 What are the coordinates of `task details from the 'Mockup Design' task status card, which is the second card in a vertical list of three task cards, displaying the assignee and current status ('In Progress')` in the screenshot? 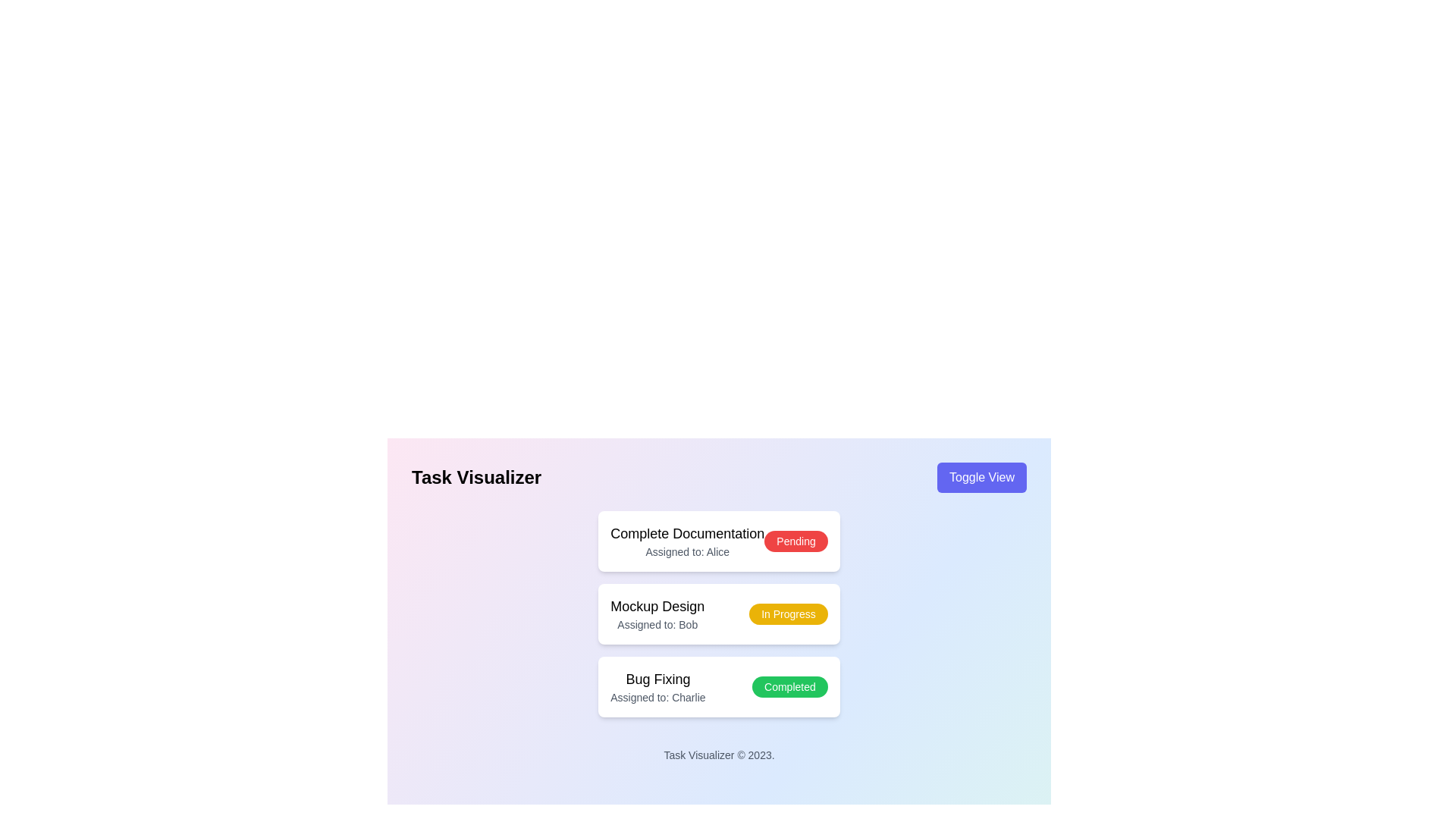 It's located at (718, 614).